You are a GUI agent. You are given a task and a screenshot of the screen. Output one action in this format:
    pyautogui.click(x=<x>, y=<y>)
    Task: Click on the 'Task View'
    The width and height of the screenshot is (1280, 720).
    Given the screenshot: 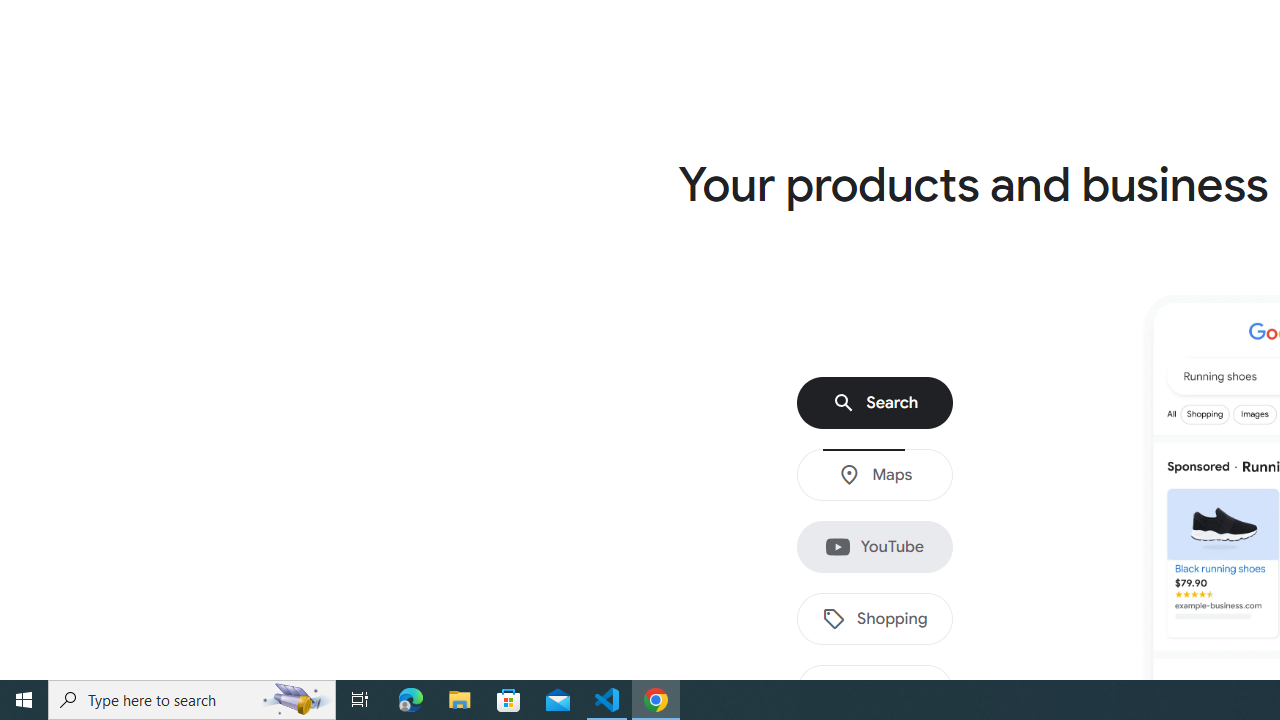 What is the action you would take?
    pyautogui.click(x=359, y=698)
    